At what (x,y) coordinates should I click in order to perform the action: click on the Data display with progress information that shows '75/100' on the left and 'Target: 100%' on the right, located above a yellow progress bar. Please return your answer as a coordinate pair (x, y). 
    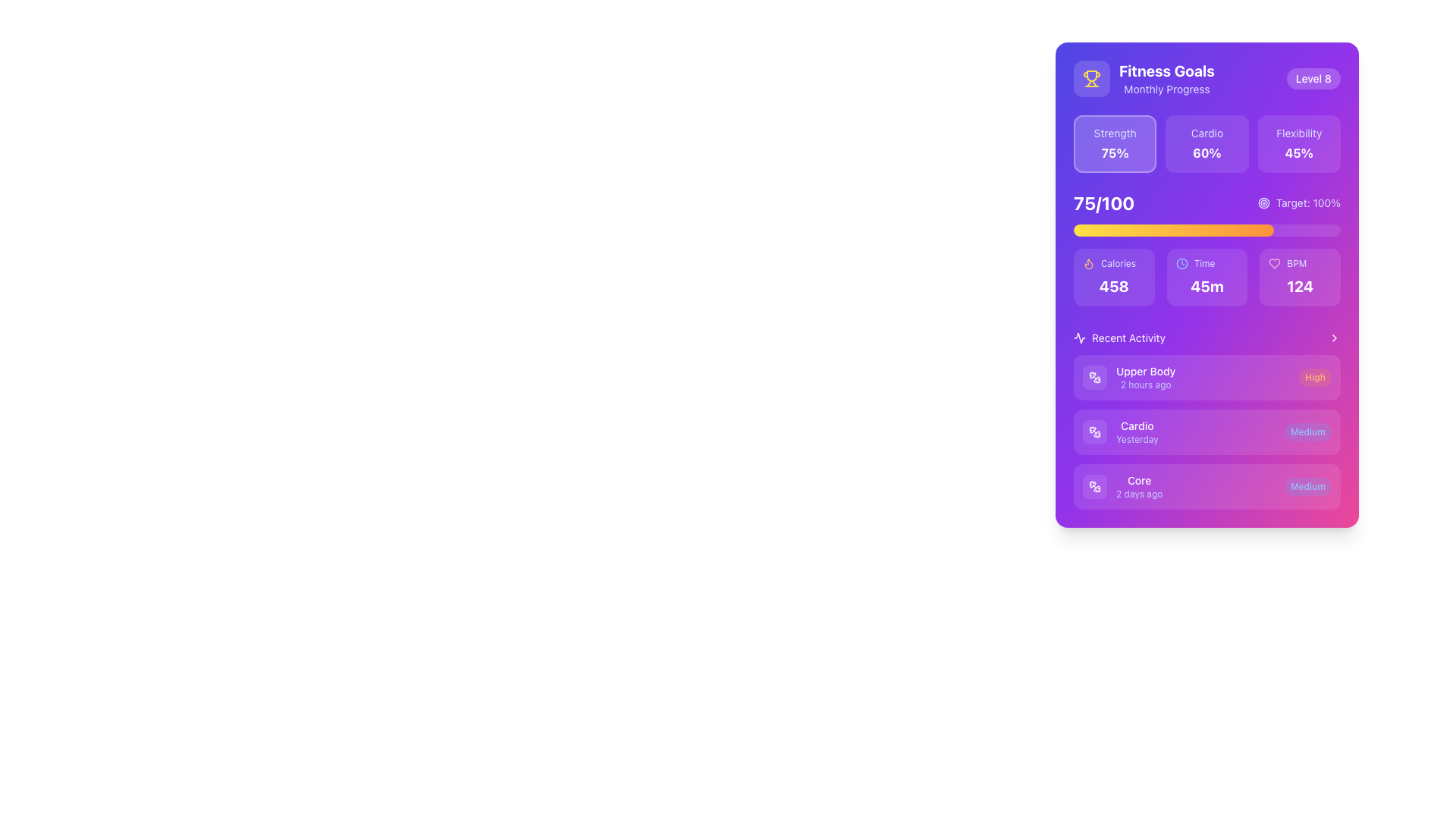
    Looking at the image, I should click on (1207, 202).